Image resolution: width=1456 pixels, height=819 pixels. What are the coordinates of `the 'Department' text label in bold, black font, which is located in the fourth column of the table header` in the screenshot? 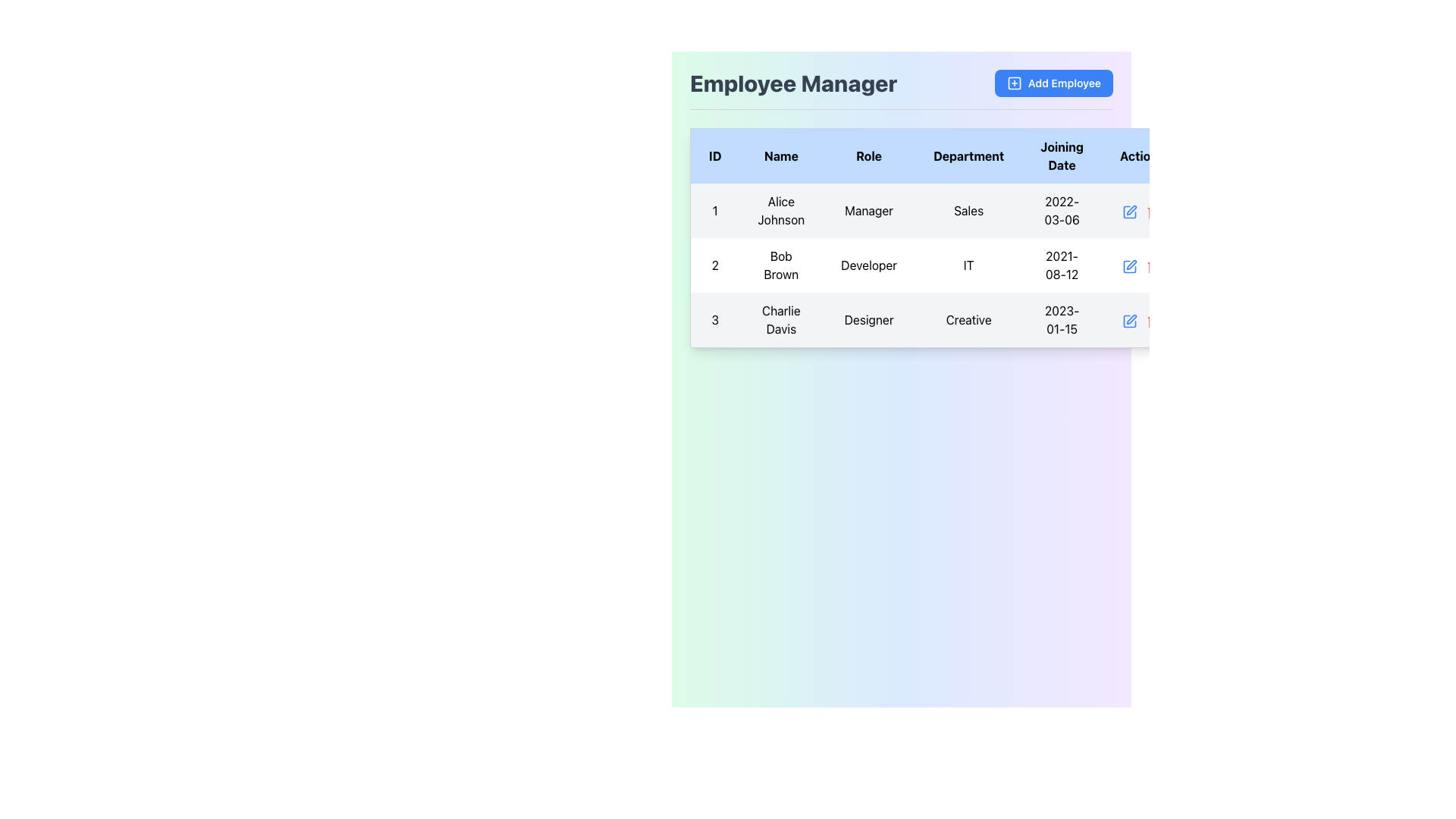 It's located at (968, 155).